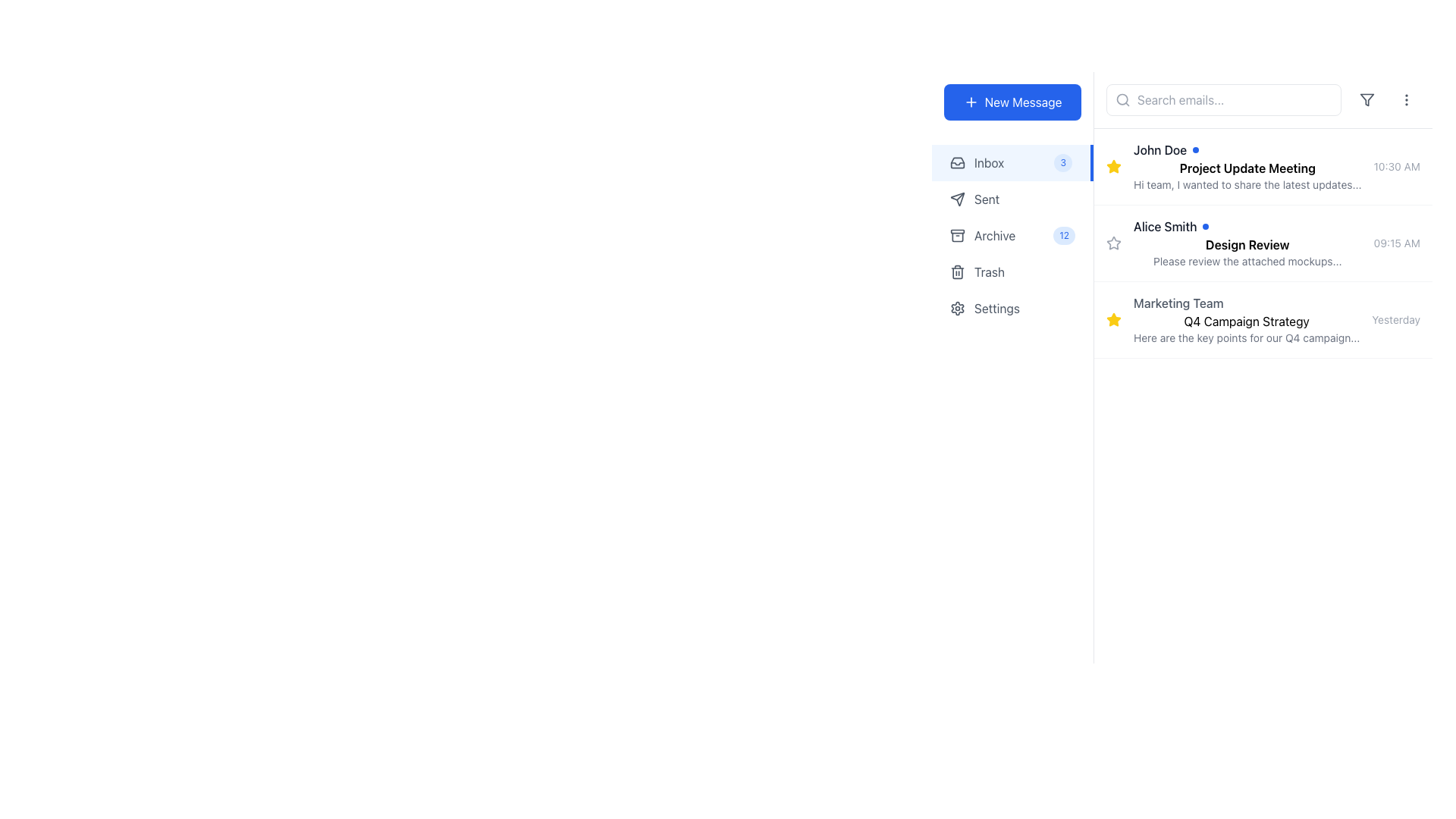  I want to click on the 'Inbox' navigation link in the side menu, so click(1012, 163).